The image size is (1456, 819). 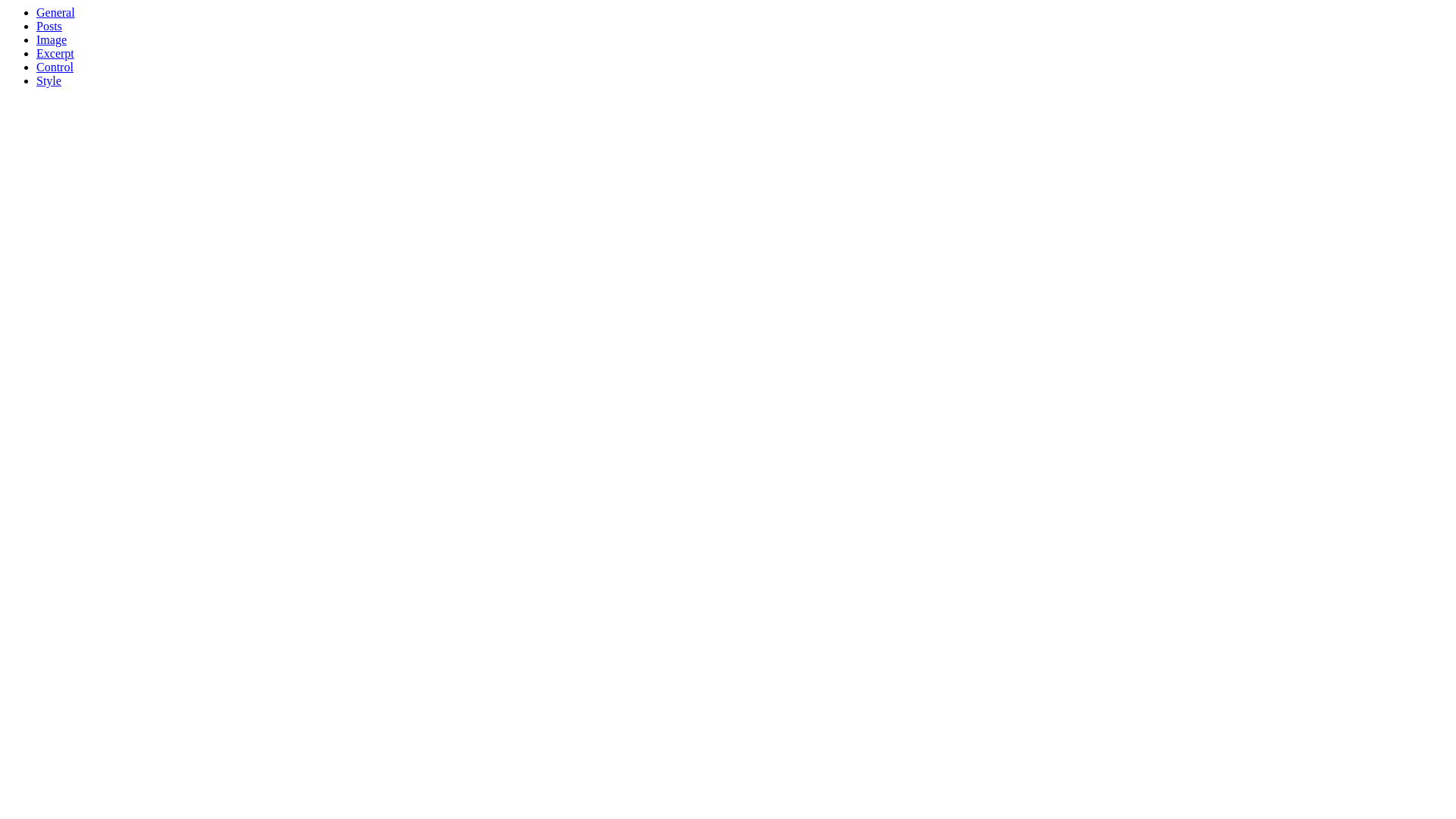 What do you see at coordinates (55, 12) in the screenshot?
I see `'General'` at bounding box center [55, 12].